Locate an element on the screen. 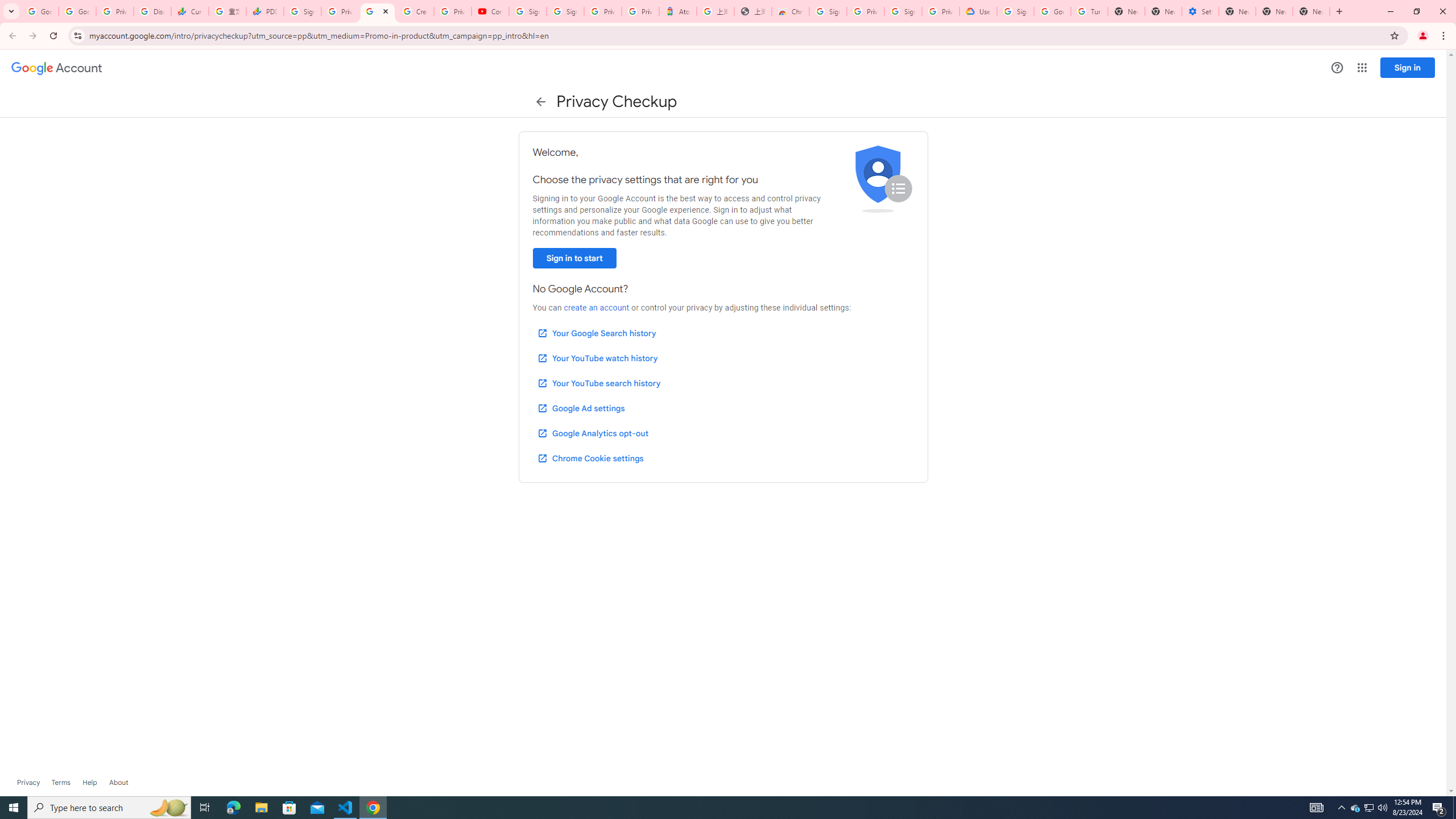 This screenshot has width=1456, height=819. 'Content Creator Programs & Opportunities - YouTube Creators' is located at coordinates (489, 11).